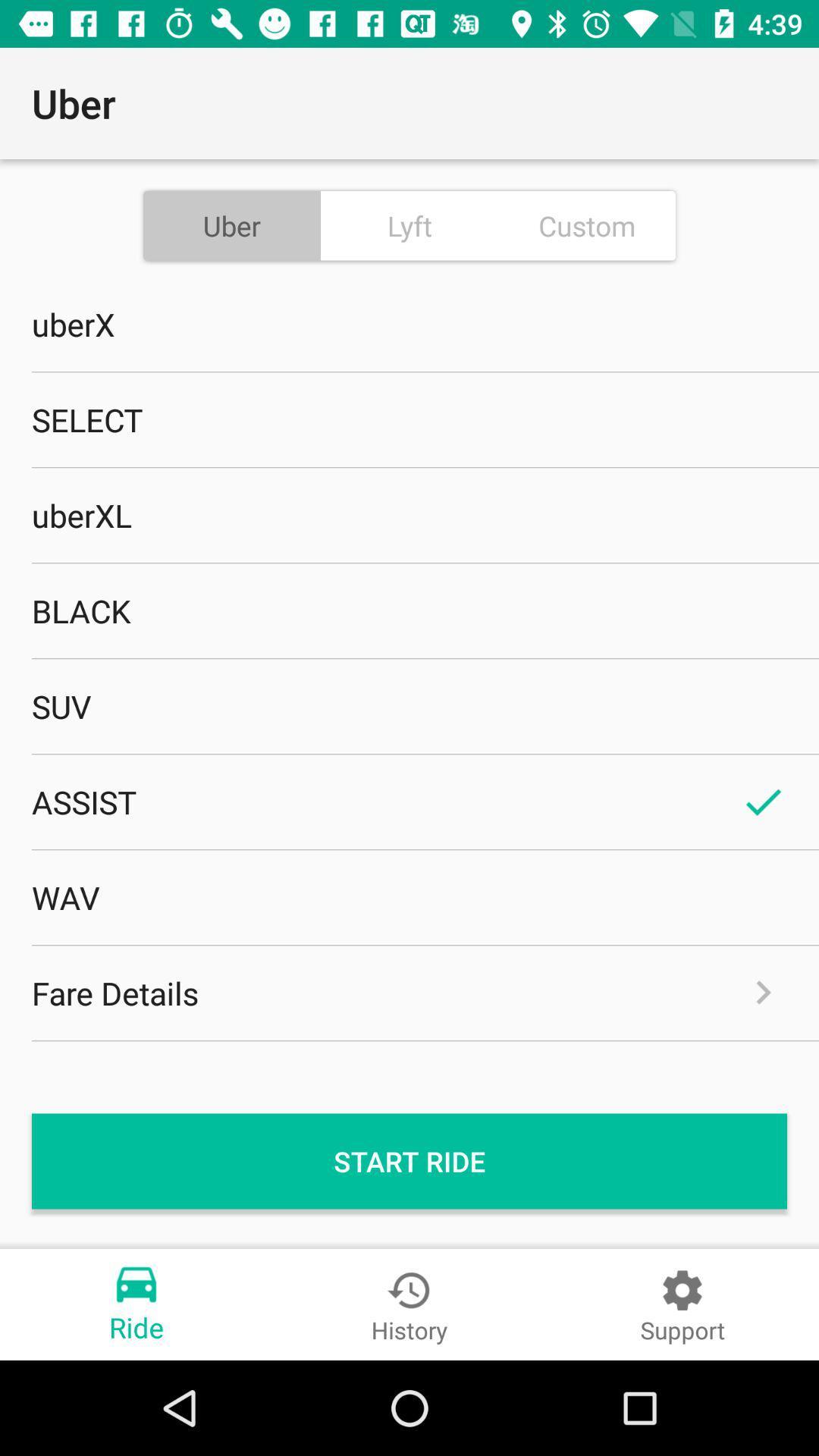 This screenshot has width=819, height=1456. What do you see at coordinates (409, 224) in the screenshot?
I see `the item above uberx` at bounding box center [409, 224].